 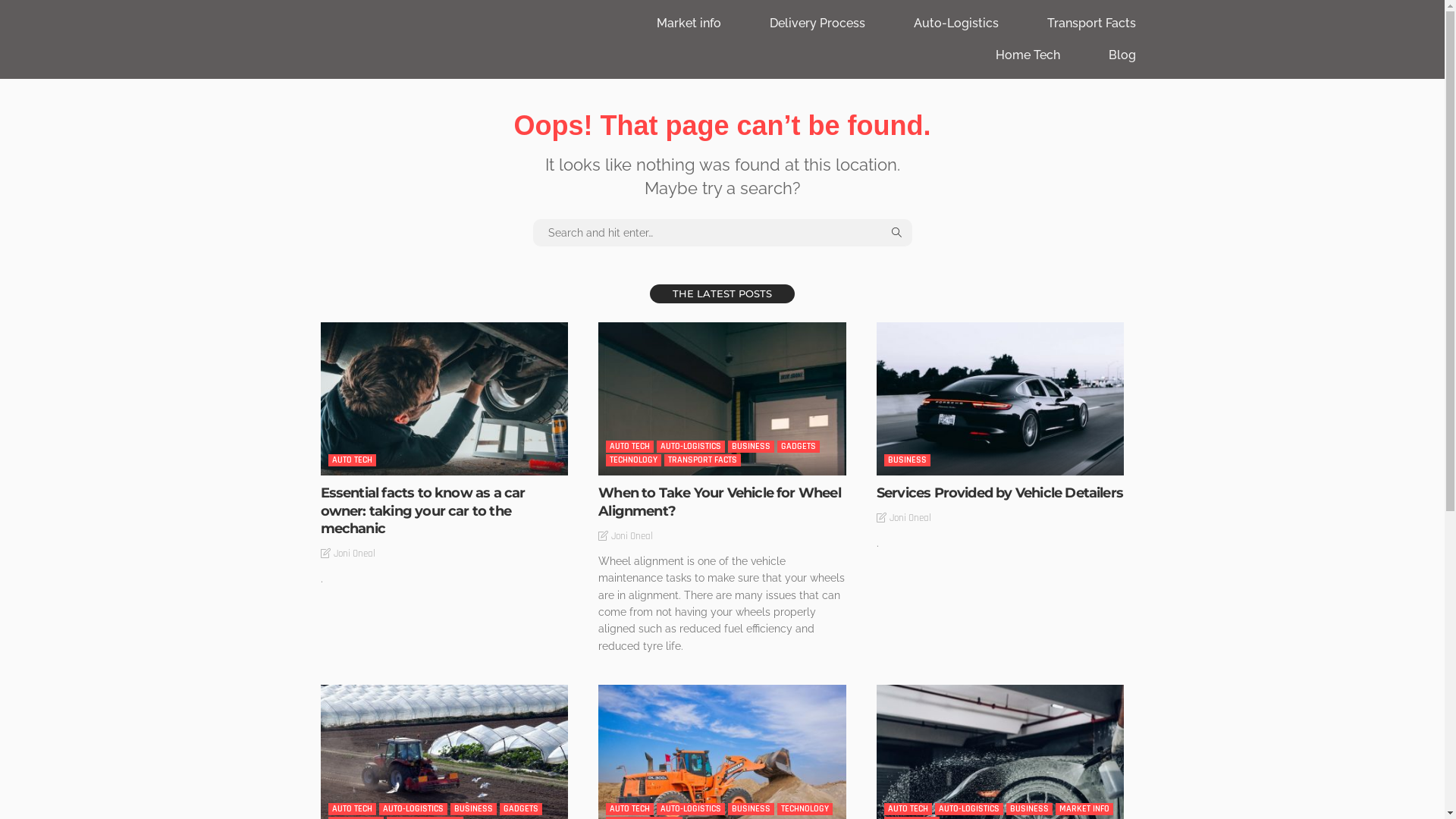 I want to click on 'Delivery Process', so click(x=815, y=23).